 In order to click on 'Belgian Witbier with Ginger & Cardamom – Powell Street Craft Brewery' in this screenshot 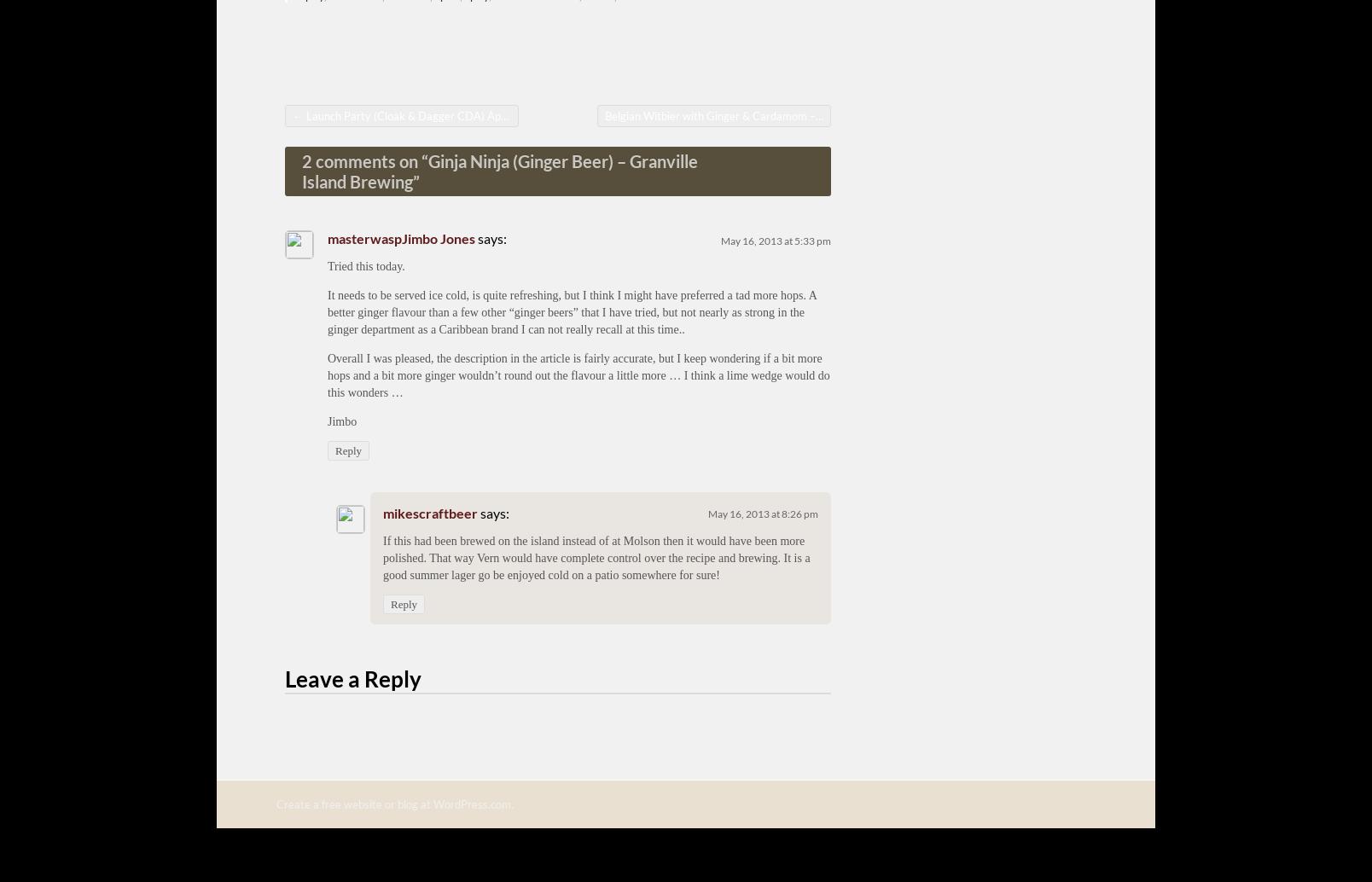, I will do `click(603, 115)`.